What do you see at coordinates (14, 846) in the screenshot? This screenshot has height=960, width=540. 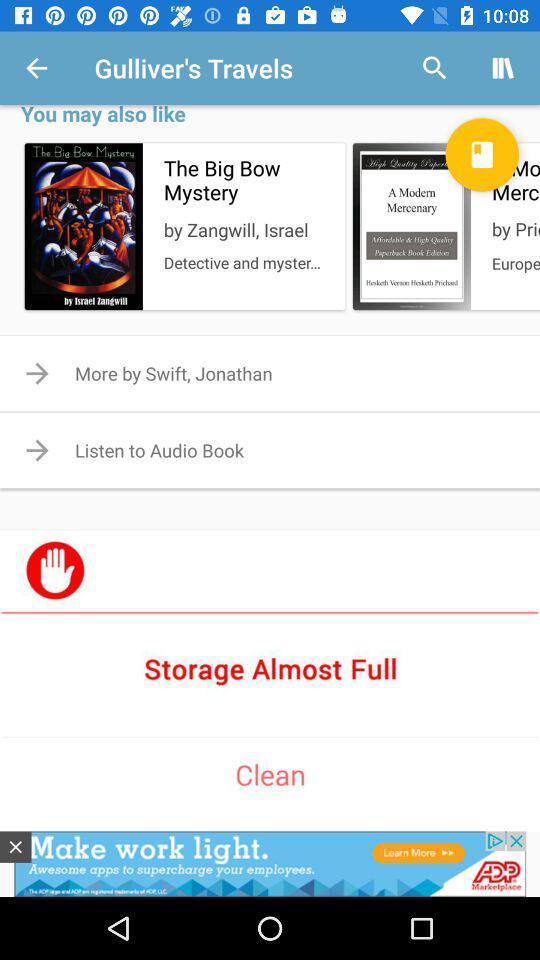 I see `advertisement` at bounding box center [14, 846].